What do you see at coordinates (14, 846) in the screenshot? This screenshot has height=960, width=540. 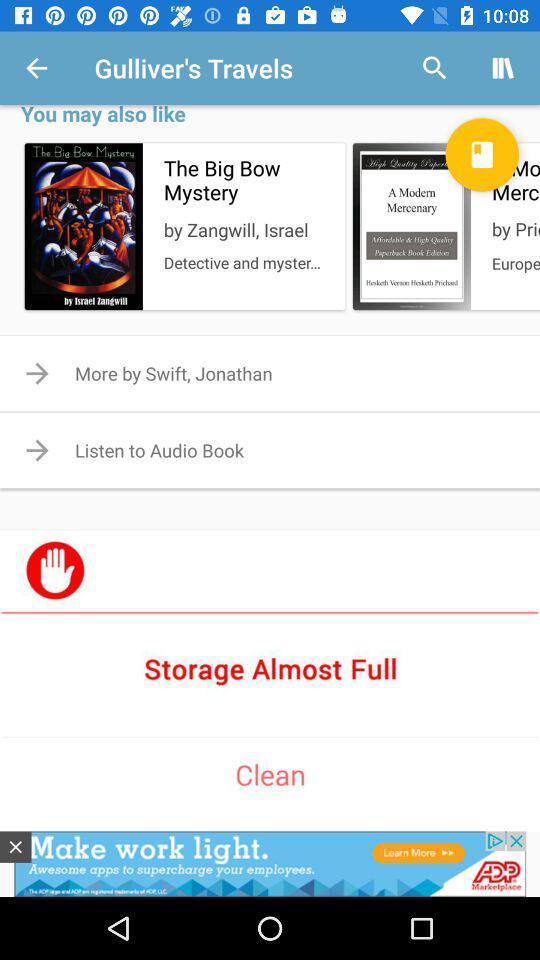 I see `advertisement` at bounding box center [14, 846].